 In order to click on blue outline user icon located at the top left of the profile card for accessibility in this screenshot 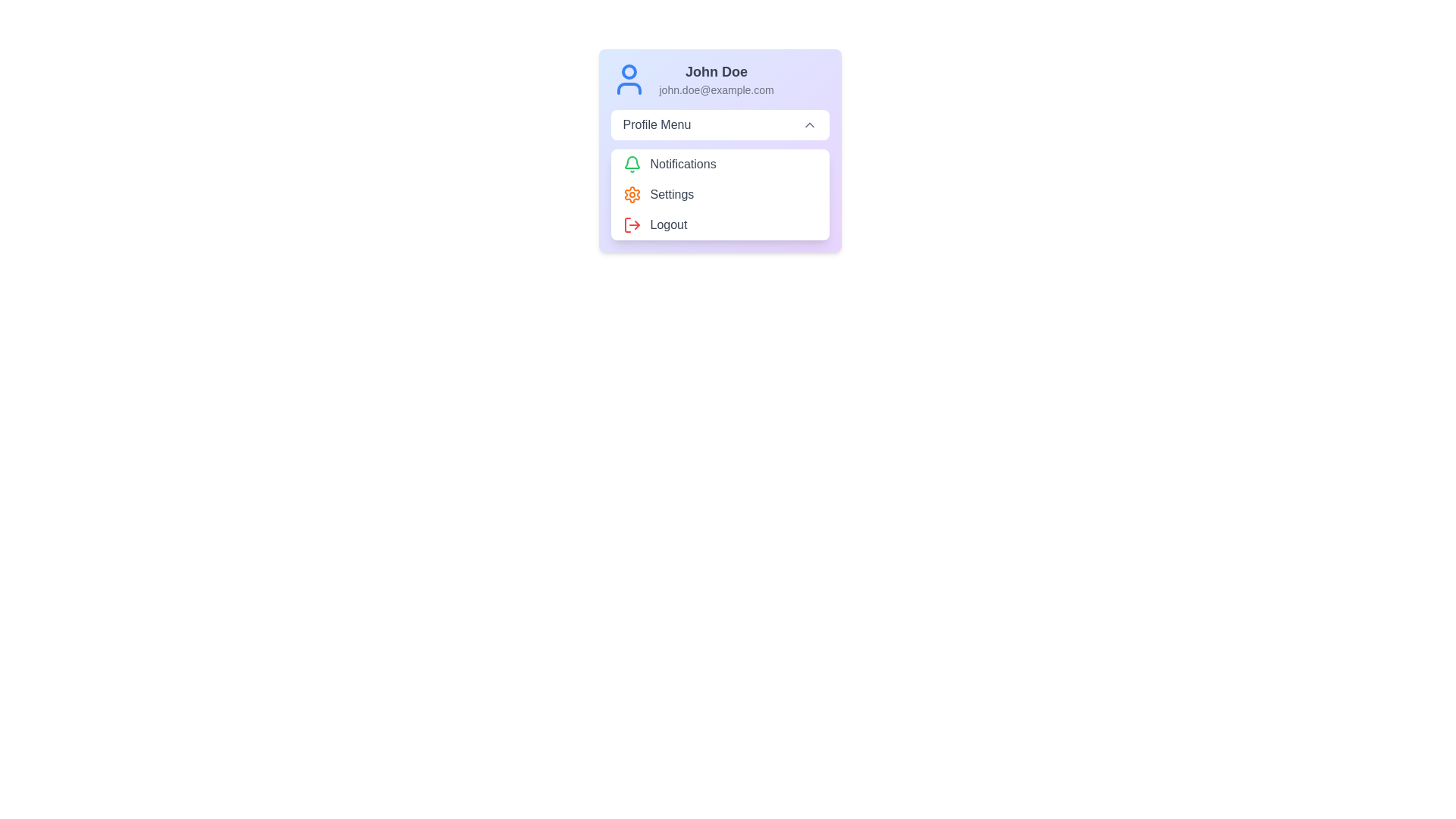, I will do `click(629, 79)`.